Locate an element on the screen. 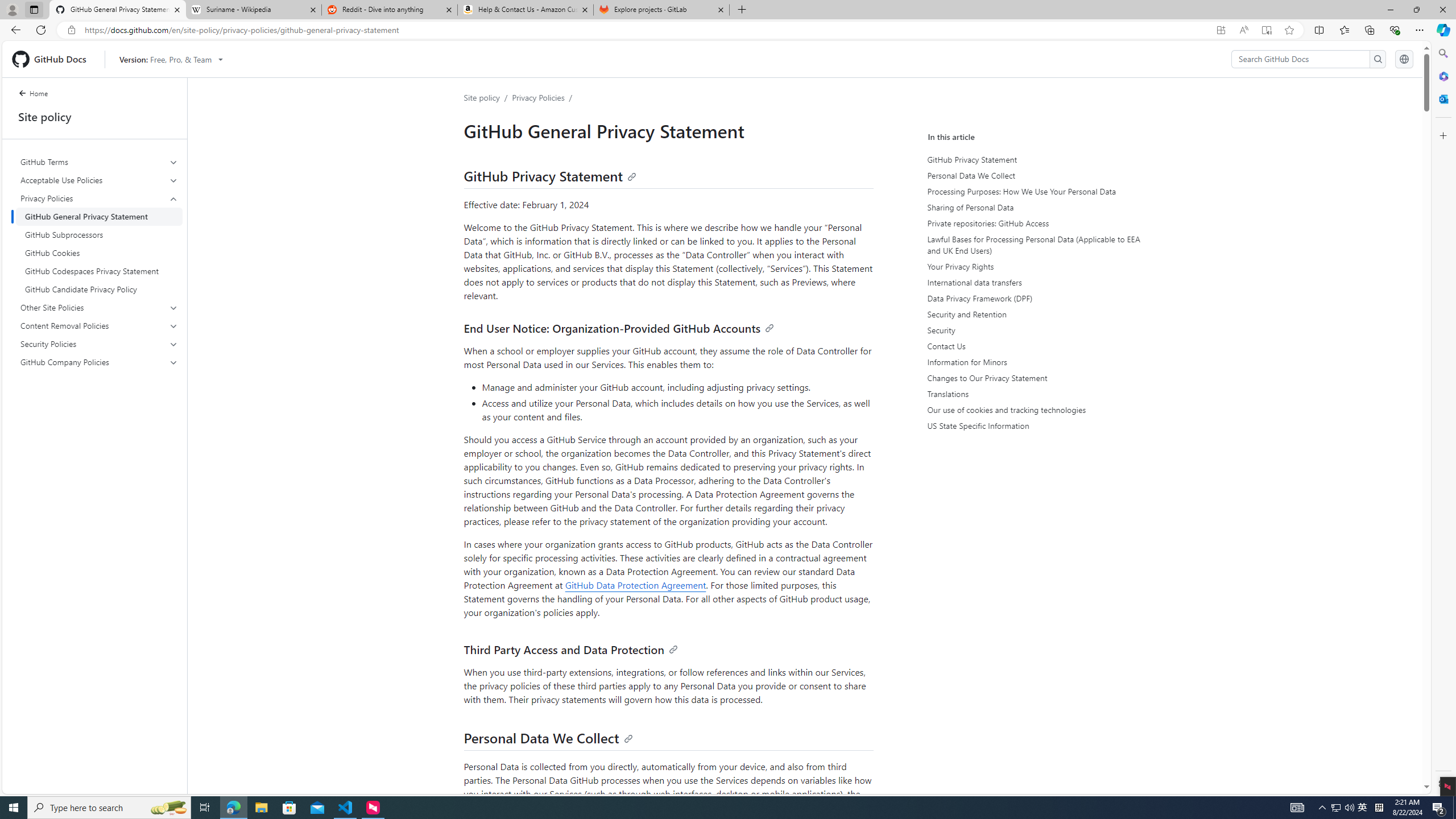 This screenshot has height=819, width=1456. 'Other Site Policies' is located at coordinates (99, 307).